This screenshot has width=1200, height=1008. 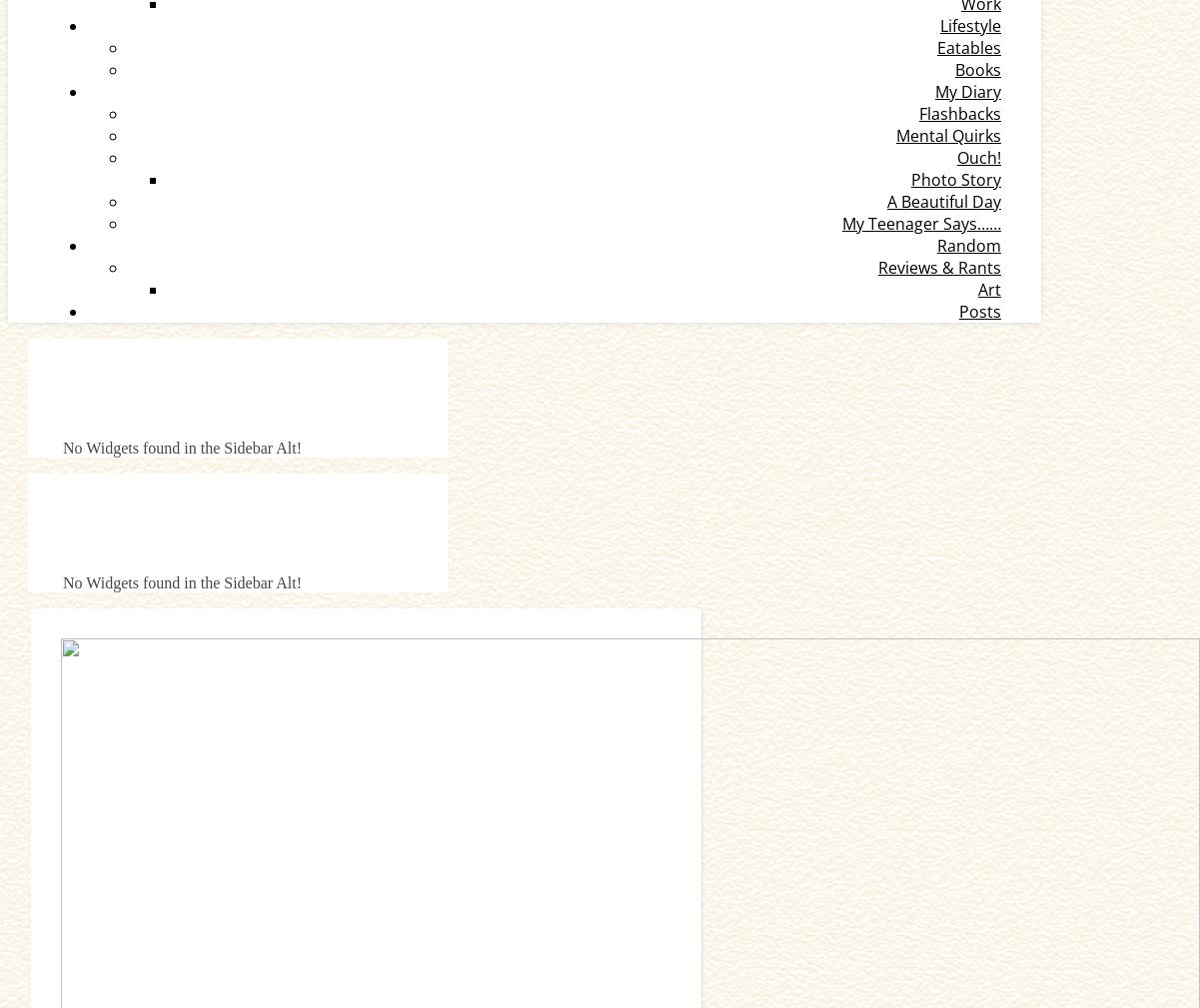 What do you see at coordinates (969, 244) in the screenshot?
I see `'Random'` at bounding box center [969, 244].